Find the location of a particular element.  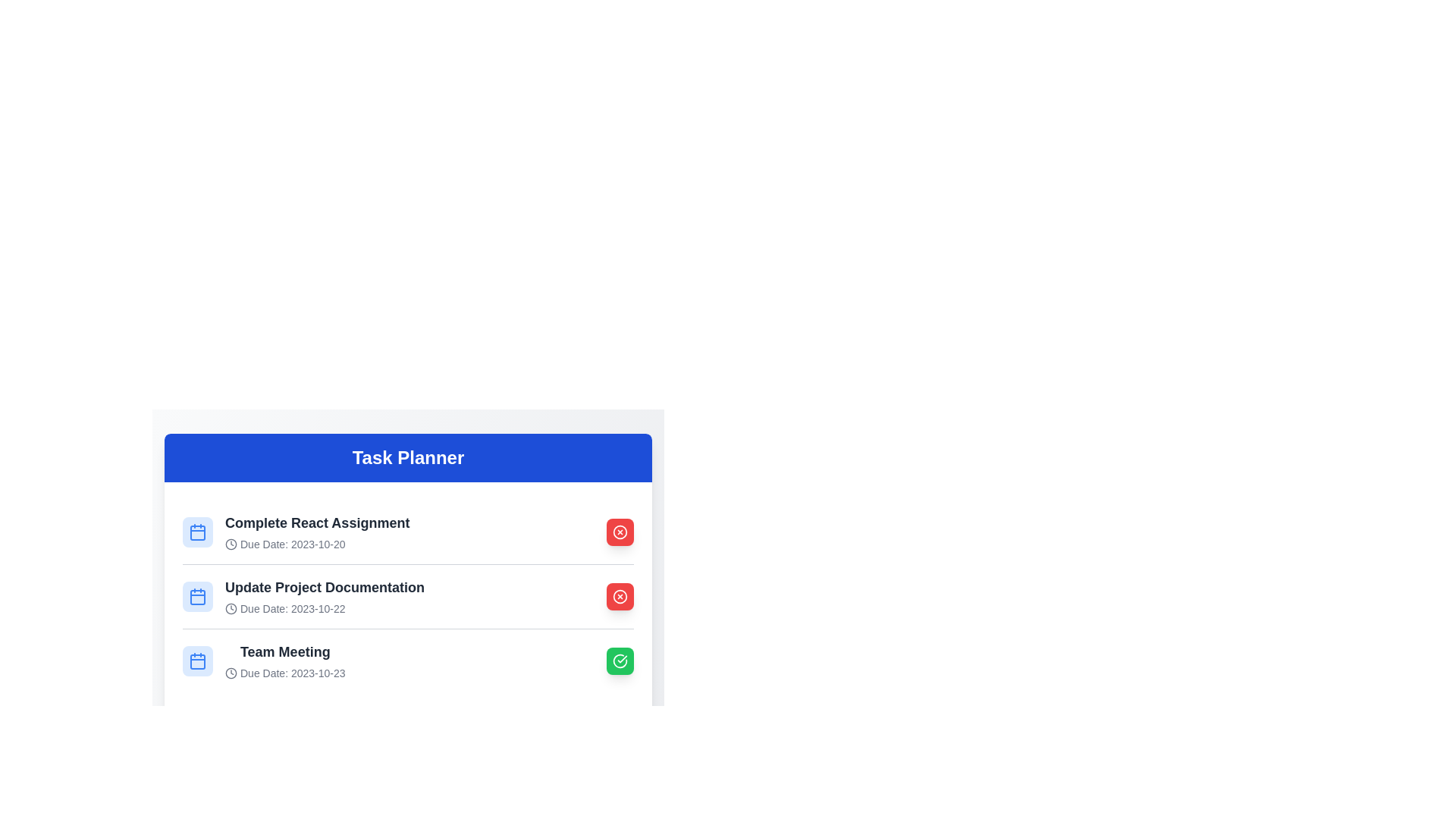

the text label displaying the due date for the task 'Update Project Documentation', which is located below the task title and next to the clock icon in the 'Task Planner' list is located at coordinates (324, 607).